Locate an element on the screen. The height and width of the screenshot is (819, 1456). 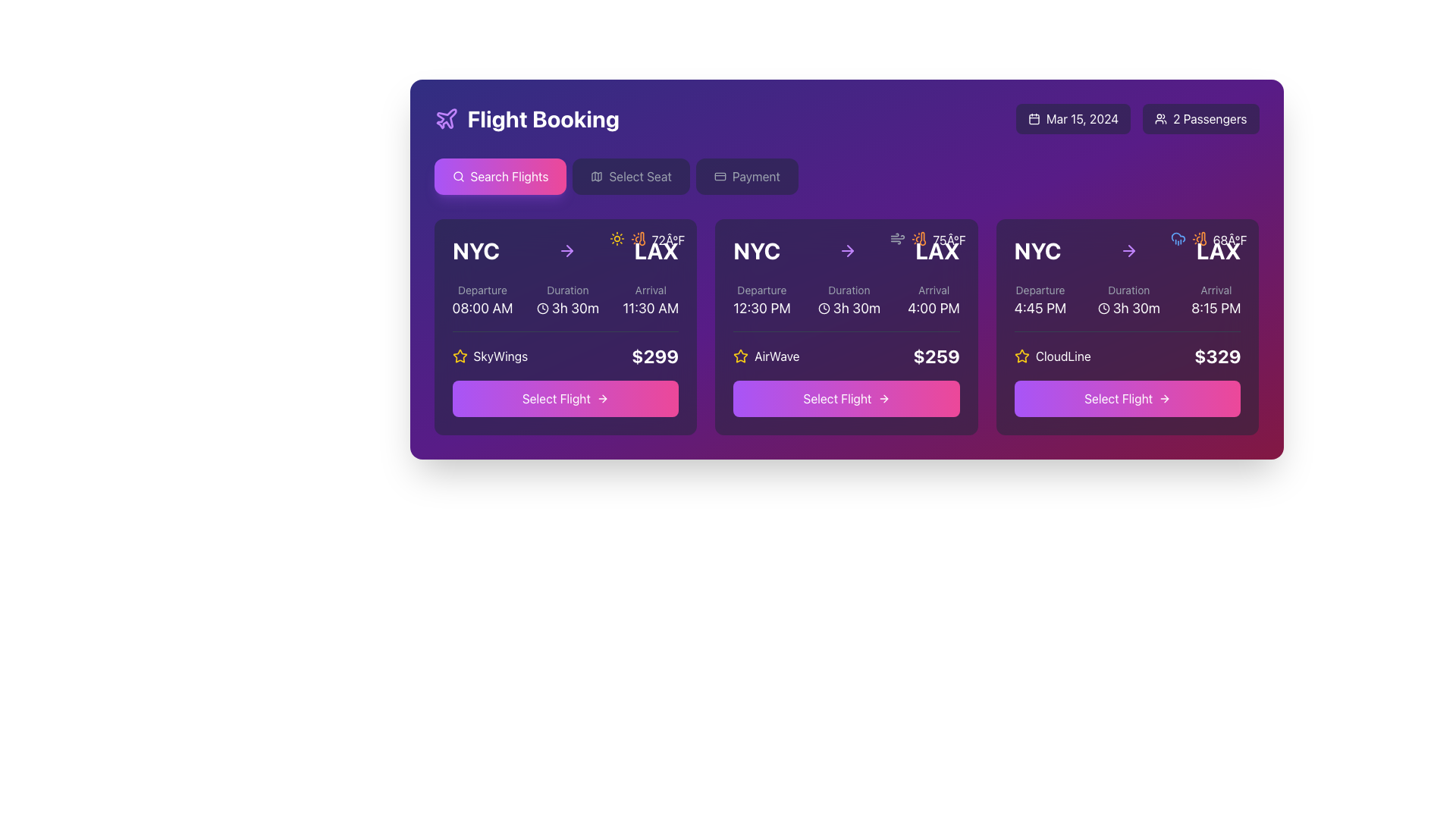
the airplane-shaped icon in the header section, which is styled in purple and located to the left of the 'Flight Booking' text is located at coordinates (445, 118).